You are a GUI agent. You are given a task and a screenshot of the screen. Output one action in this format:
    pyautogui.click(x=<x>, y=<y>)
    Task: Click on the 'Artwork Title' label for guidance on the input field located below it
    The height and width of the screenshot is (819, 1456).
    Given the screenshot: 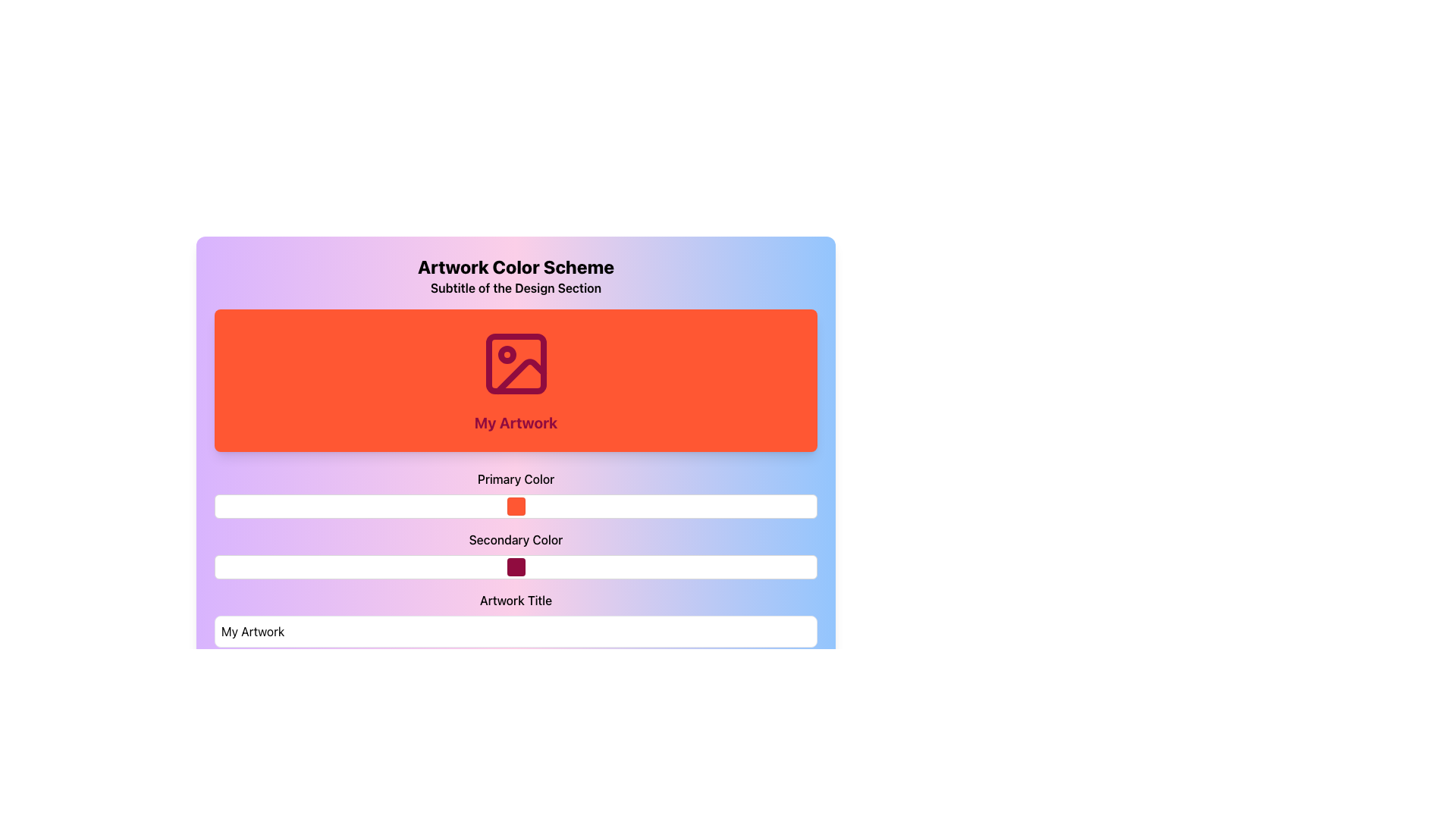 What is the action you would take?
    pyautogui.click(x=516, y=599)
    